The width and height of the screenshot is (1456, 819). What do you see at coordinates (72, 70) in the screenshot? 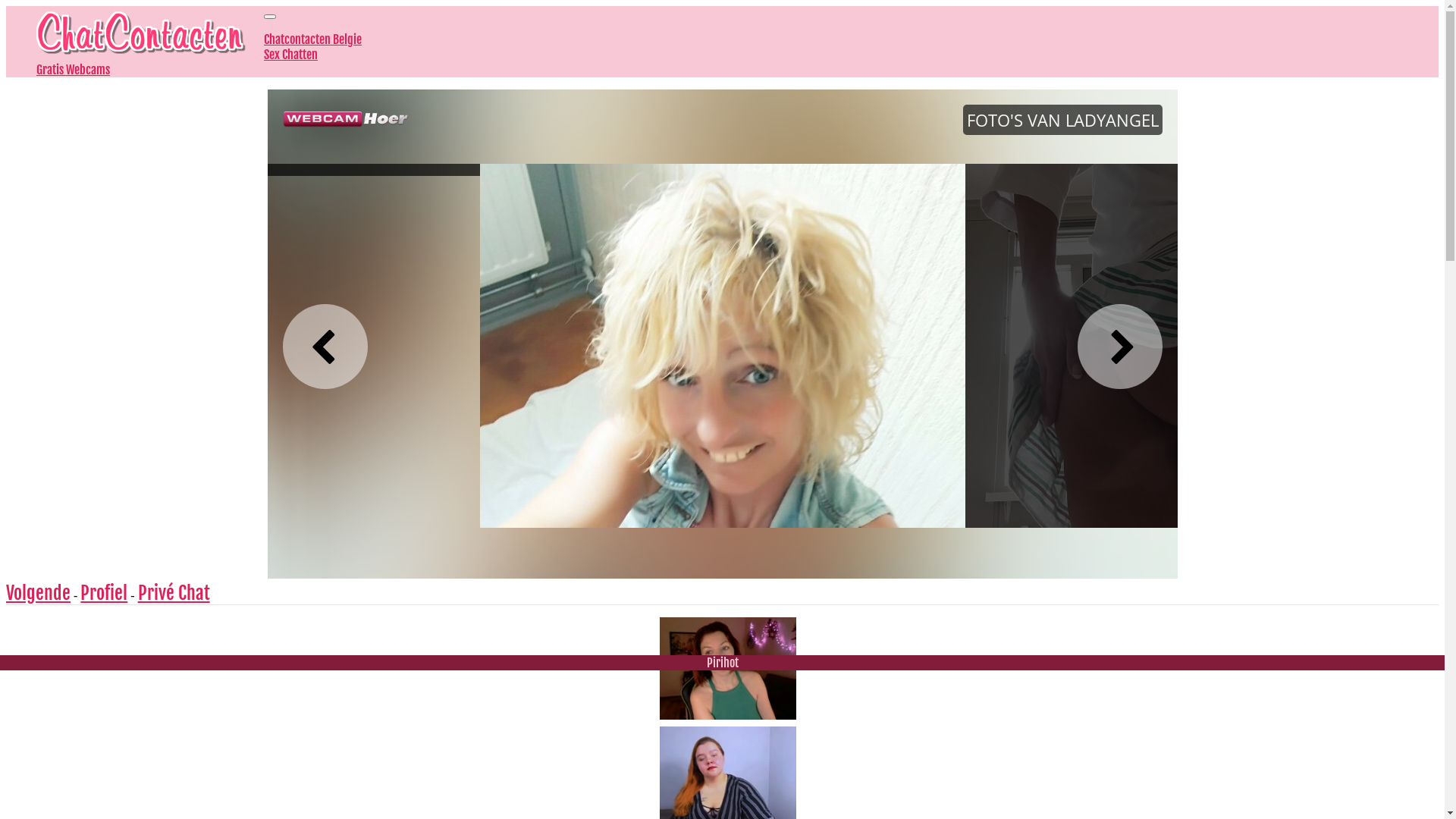
I see `'Gratis Webcams'` at bounding box center [72, 70].